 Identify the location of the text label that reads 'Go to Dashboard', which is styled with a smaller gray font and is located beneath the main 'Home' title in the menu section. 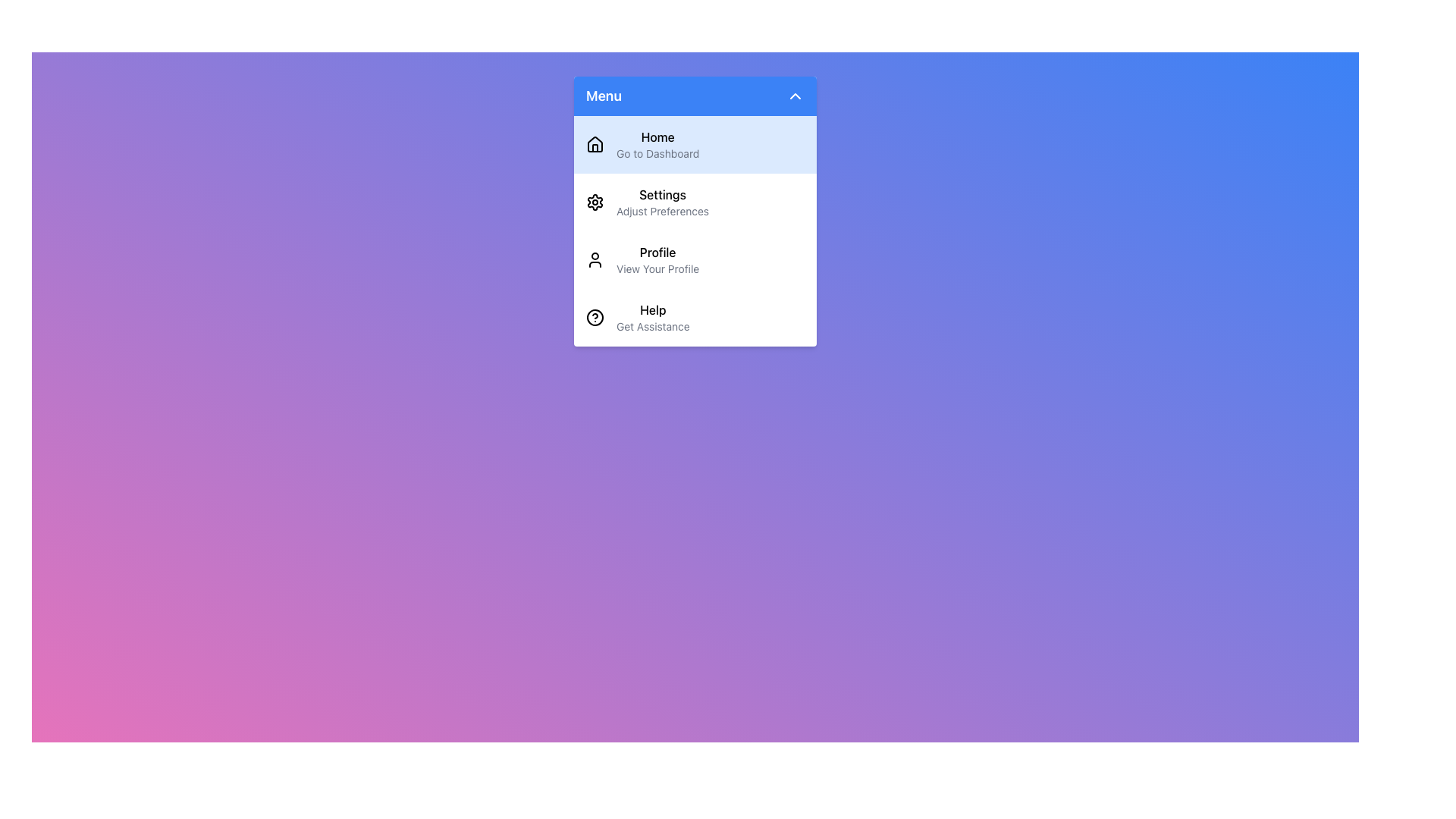
(657, 154).